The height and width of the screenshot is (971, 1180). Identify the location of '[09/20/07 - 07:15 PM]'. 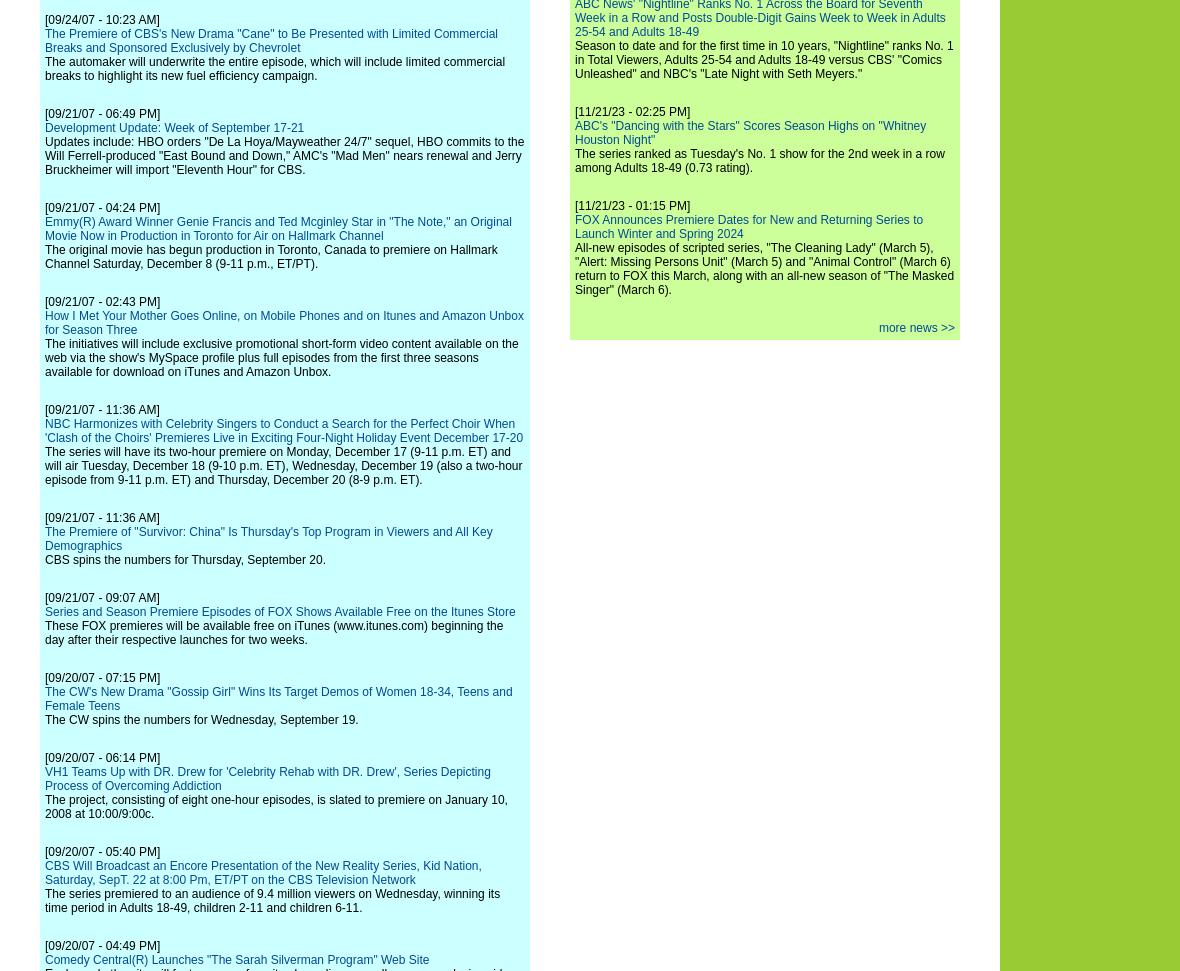
(101, 677).